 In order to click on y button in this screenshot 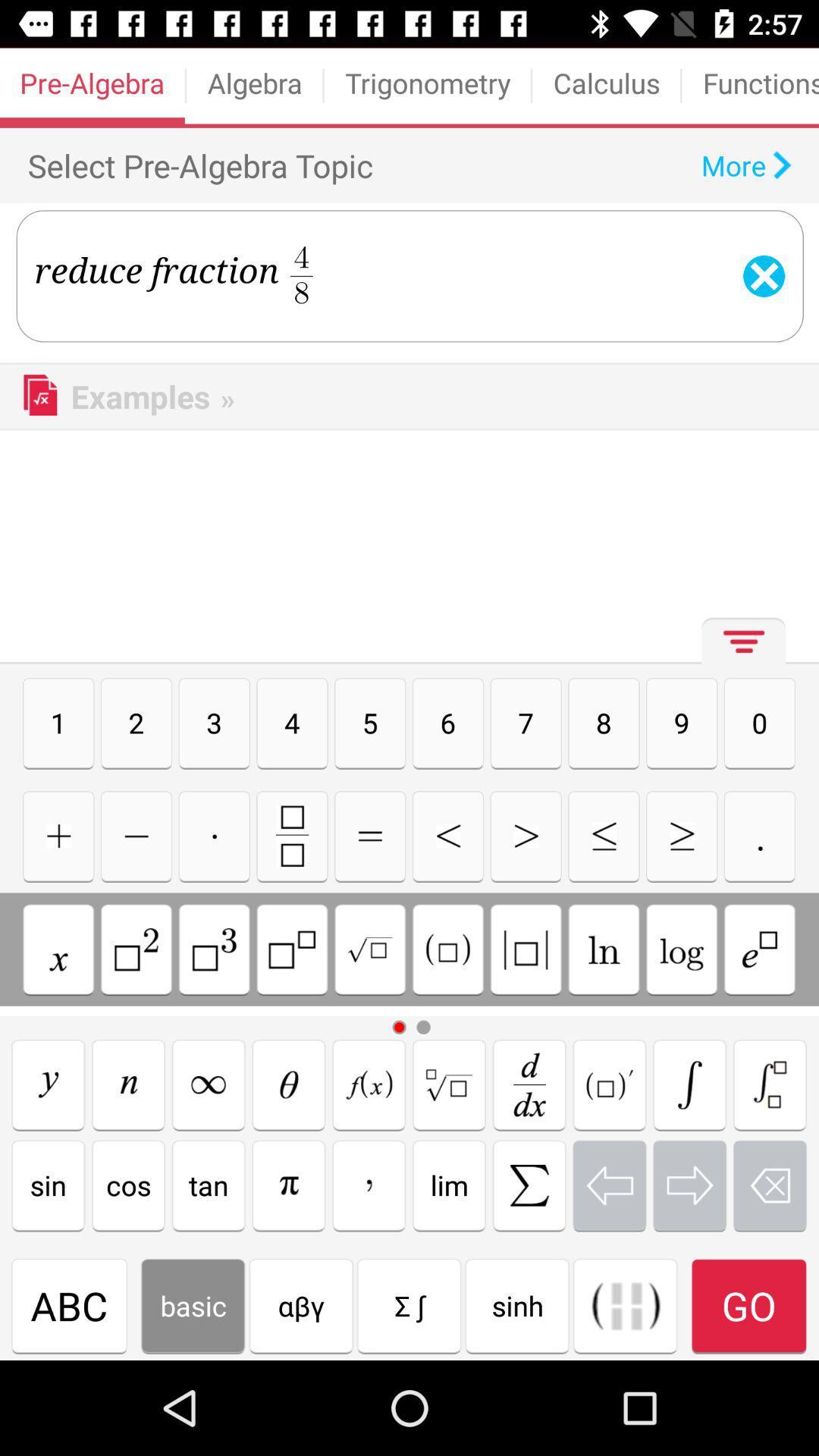, I will do `click(47, 1084)`.